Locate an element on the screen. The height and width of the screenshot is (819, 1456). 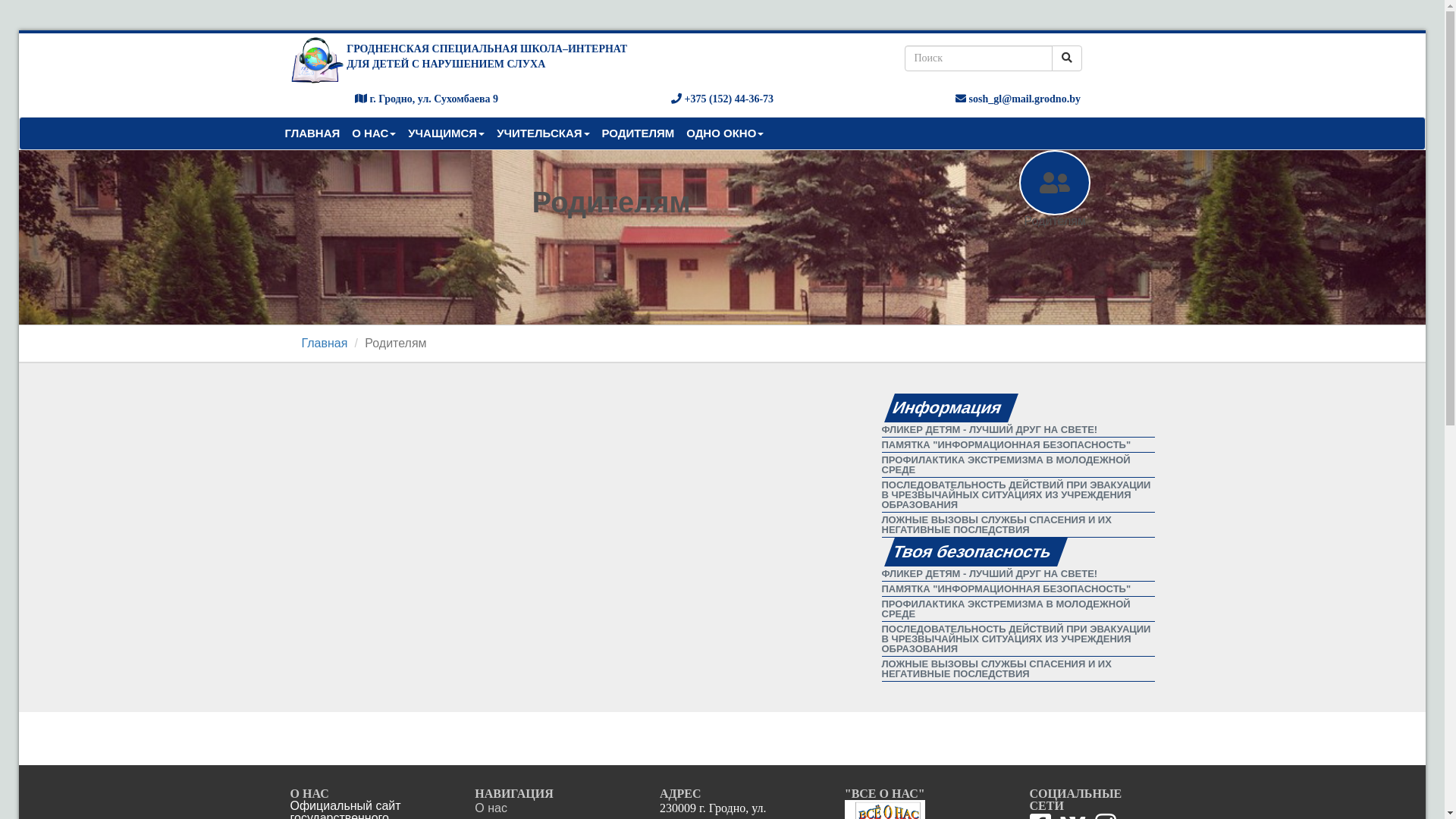
'+375 (152) 44-36-73' is located at coordinates (721, 99).